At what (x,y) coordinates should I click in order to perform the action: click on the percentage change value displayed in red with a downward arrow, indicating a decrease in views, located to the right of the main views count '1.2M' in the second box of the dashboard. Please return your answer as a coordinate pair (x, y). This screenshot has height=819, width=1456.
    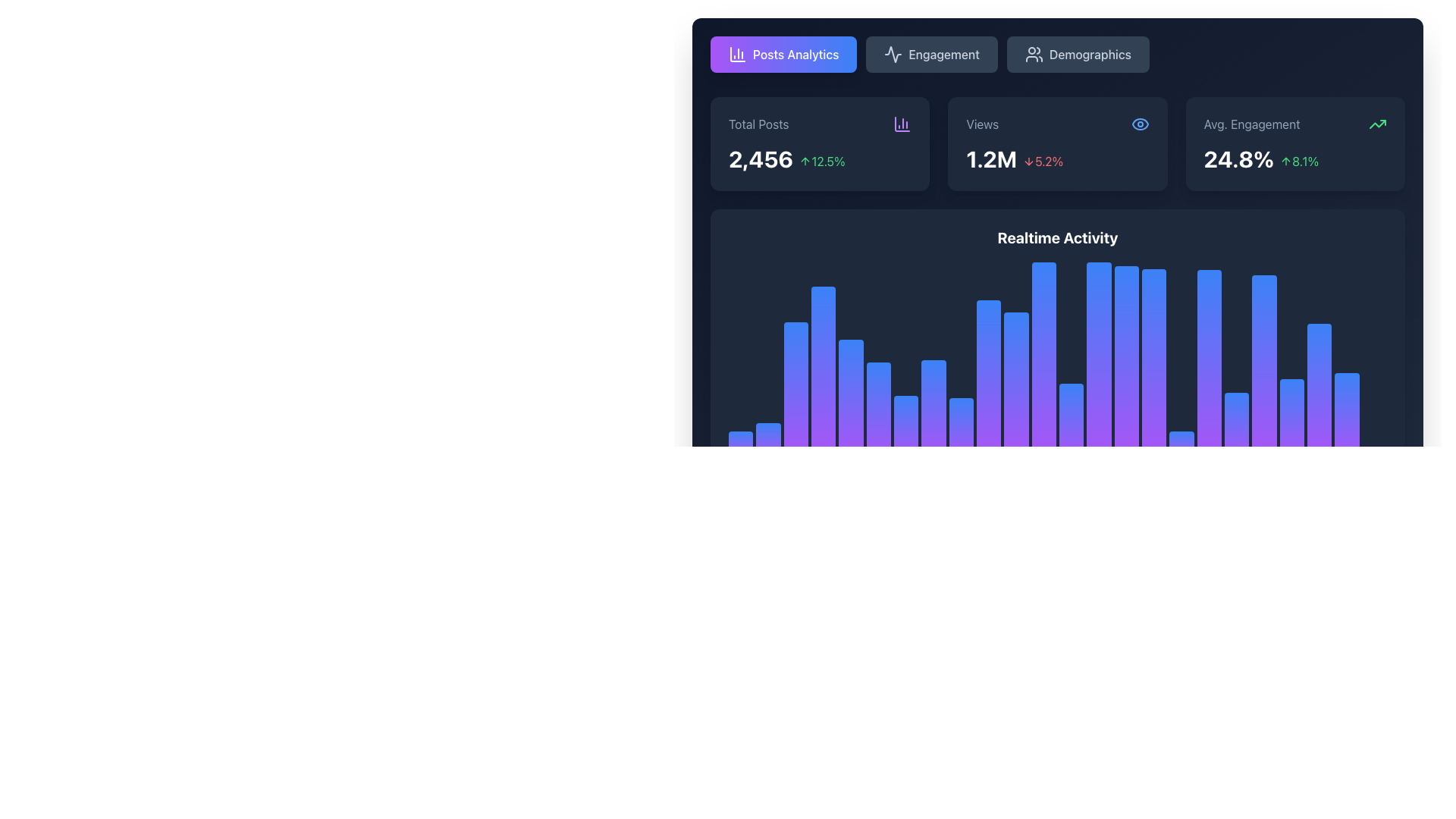
    Looking at the image, I should click on (1042, 161).